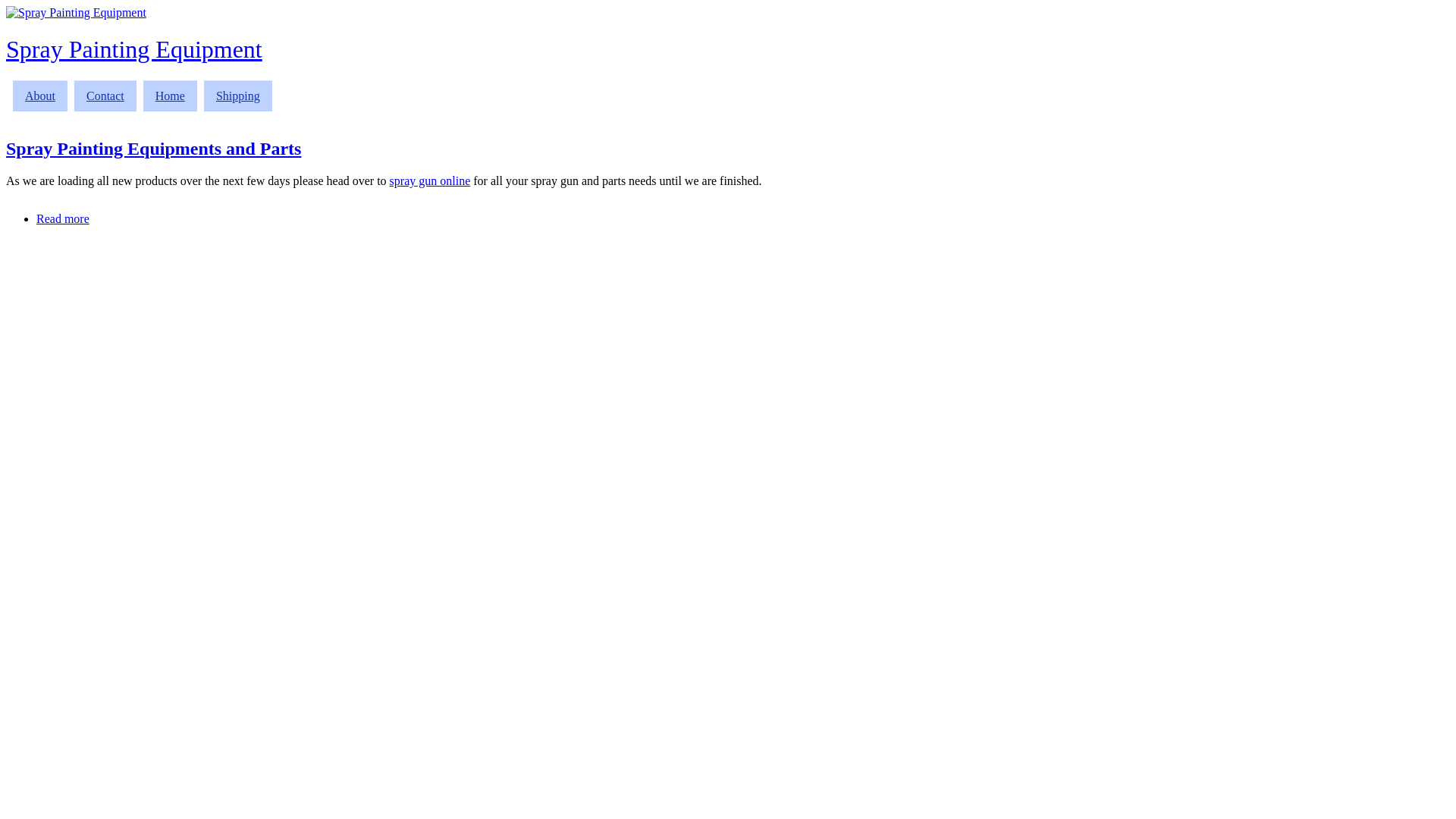  Describe the element at coordinates (153, 149) in the screenshot. I see `'Spray Painting Equipments and Parts'` at that location.